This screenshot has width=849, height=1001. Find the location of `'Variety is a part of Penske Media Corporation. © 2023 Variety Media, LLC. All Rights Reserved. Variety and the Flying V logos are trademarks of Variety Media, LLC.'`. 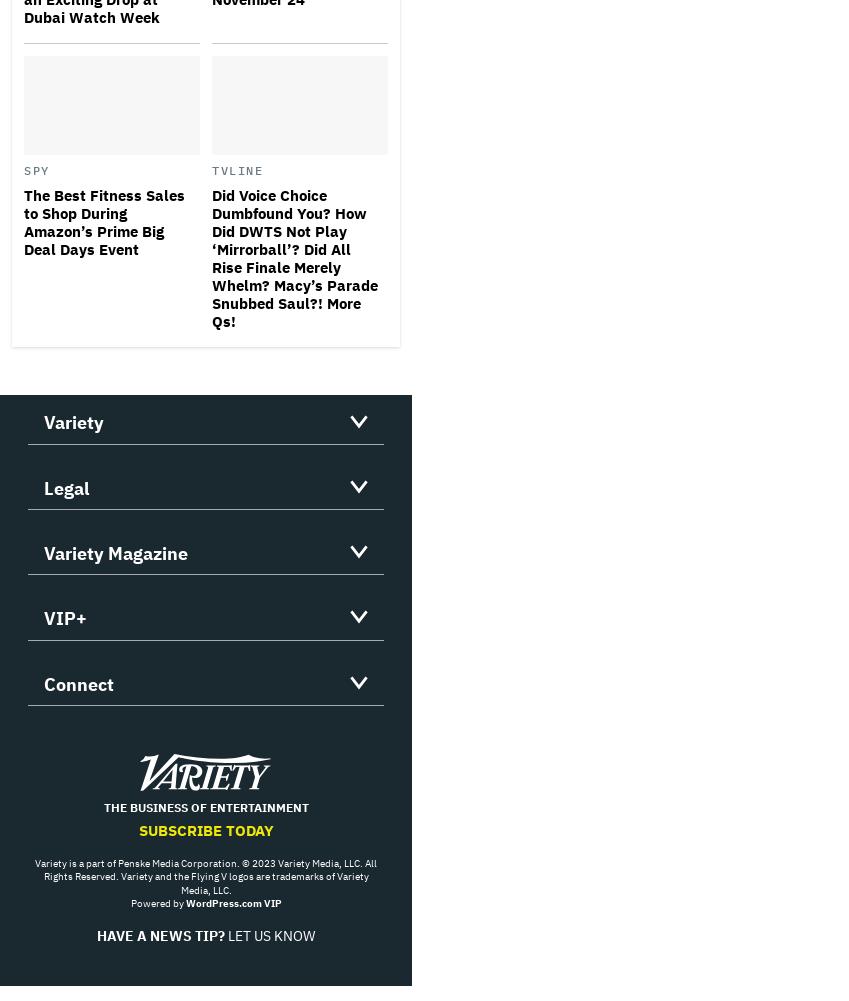

'Variety is a part of Penske Media Corporation. © 2023 Variety Media, LLC. All Rights Reserved. Variety and the Flying V logos are trademarks of Variety Media, LLC.' is located at coordinates (204, 875).